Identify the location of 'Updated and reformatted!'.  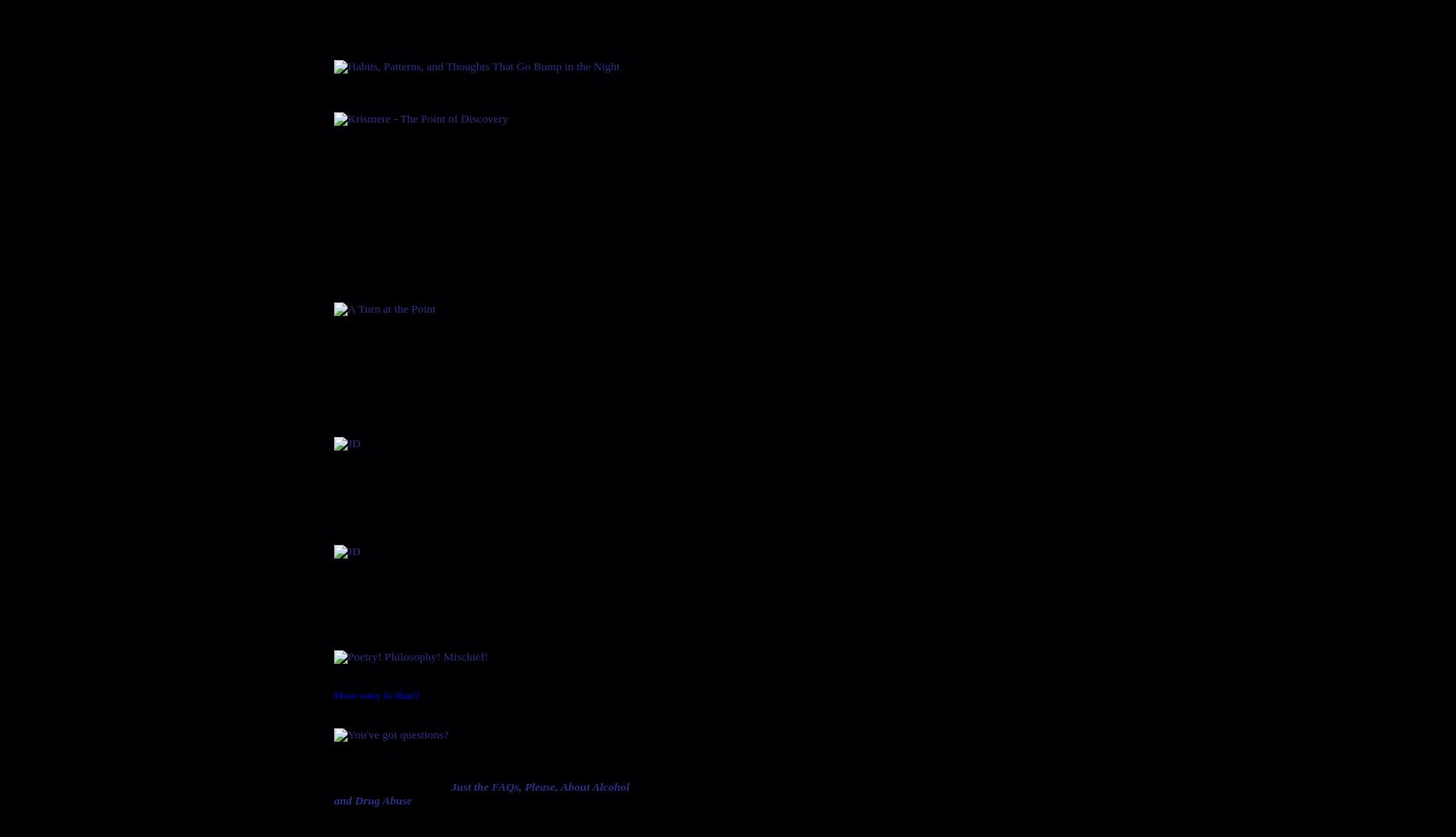
(393, 79).